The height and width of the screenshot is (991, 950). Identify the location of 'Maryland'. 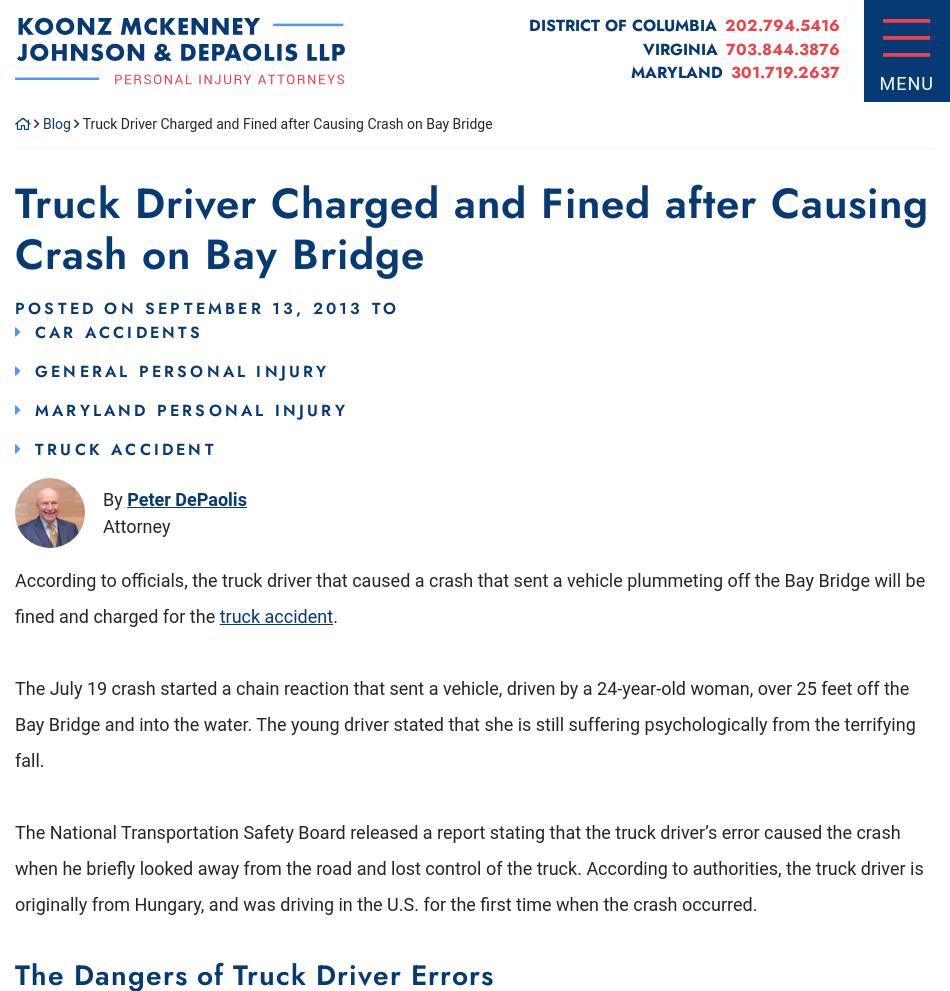
(676, 71).